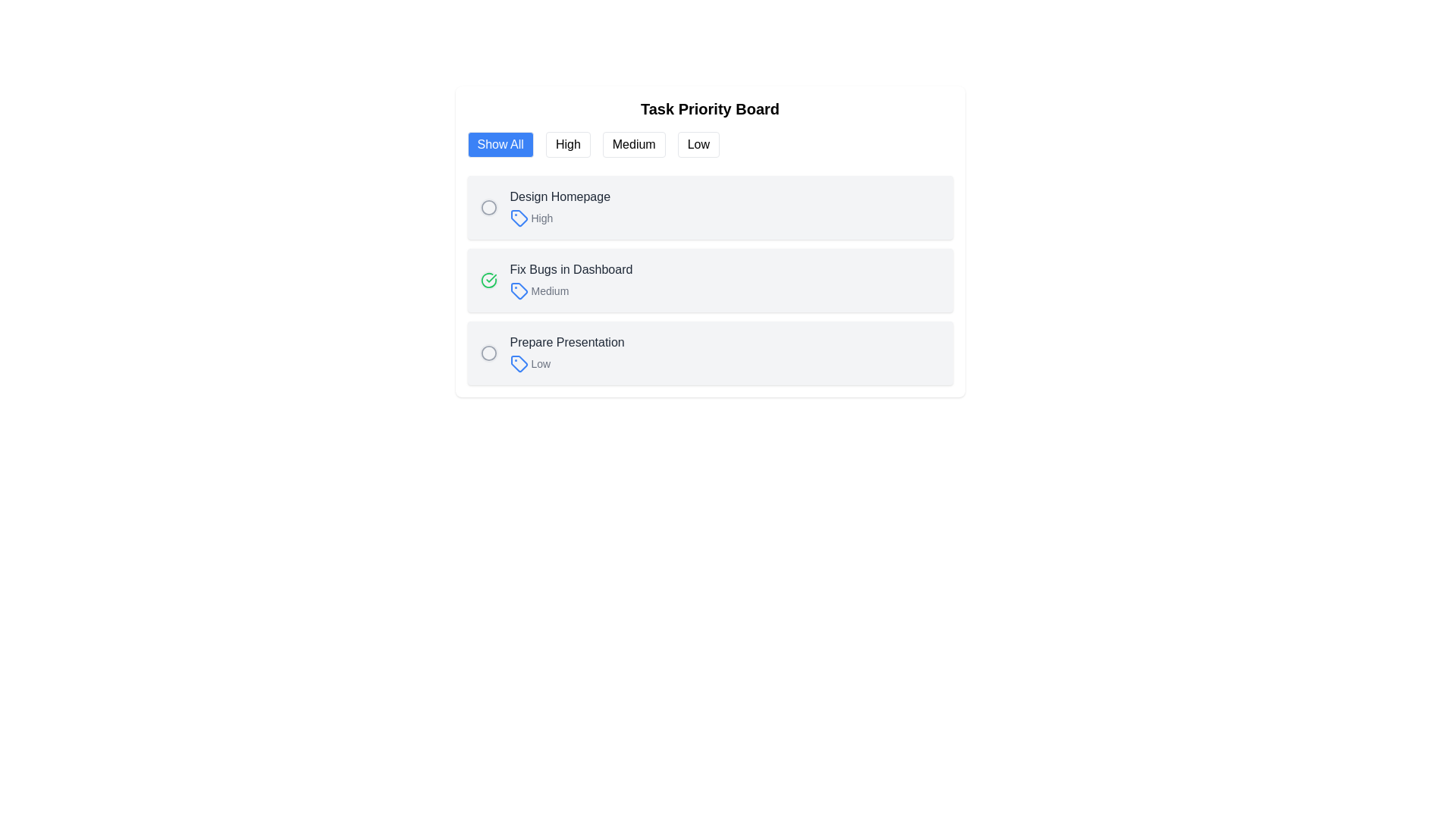 This screenshot has height=819, width=1456. I want to click on the 'Low' priority icon for the 'Prepare Presentation' task, located in the bottom section of the task list, so click(519, 363).